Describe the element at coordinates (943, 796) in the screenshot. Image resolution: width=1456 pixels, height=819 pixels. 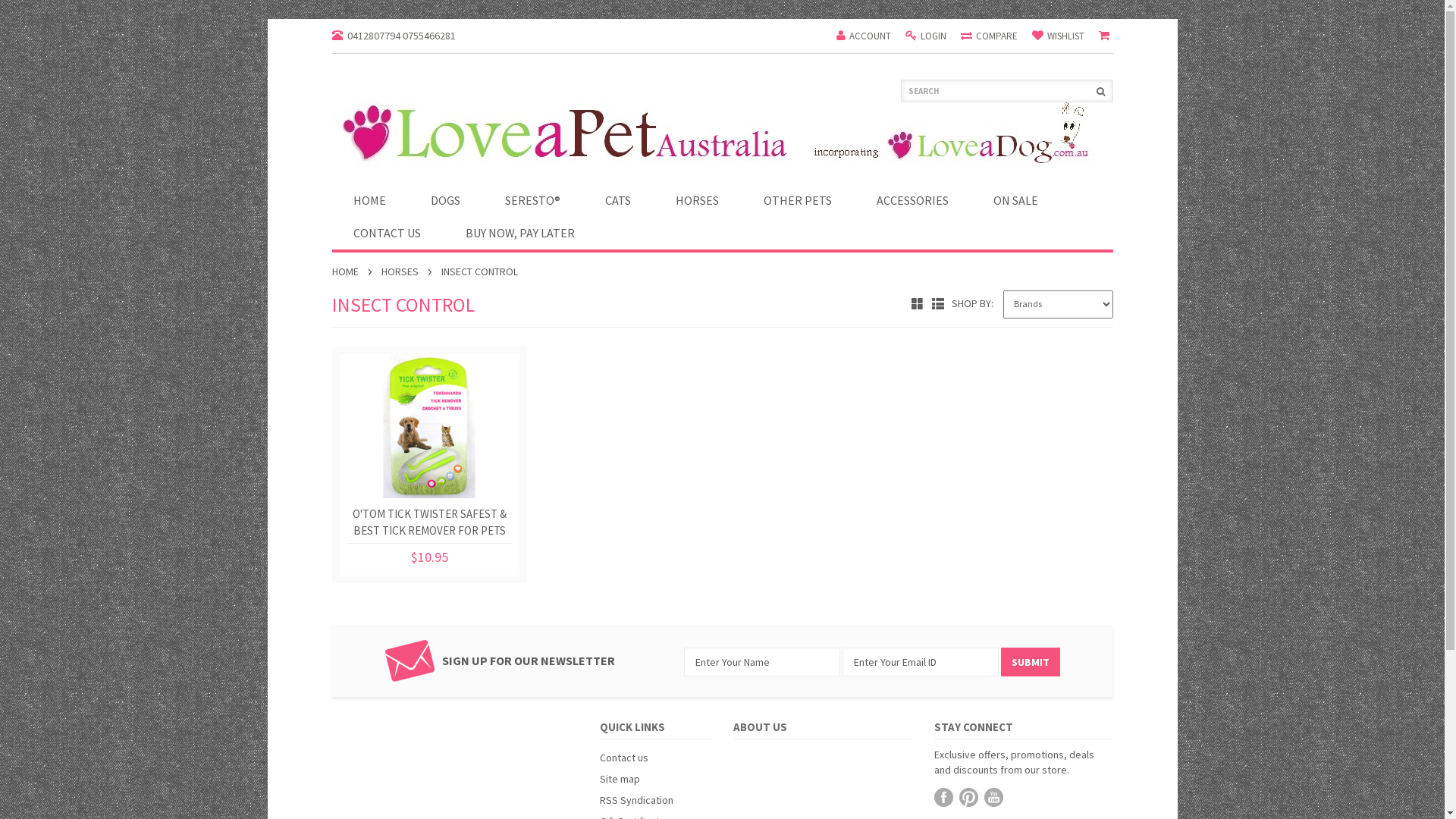
I see `'Facebook'` at that location.